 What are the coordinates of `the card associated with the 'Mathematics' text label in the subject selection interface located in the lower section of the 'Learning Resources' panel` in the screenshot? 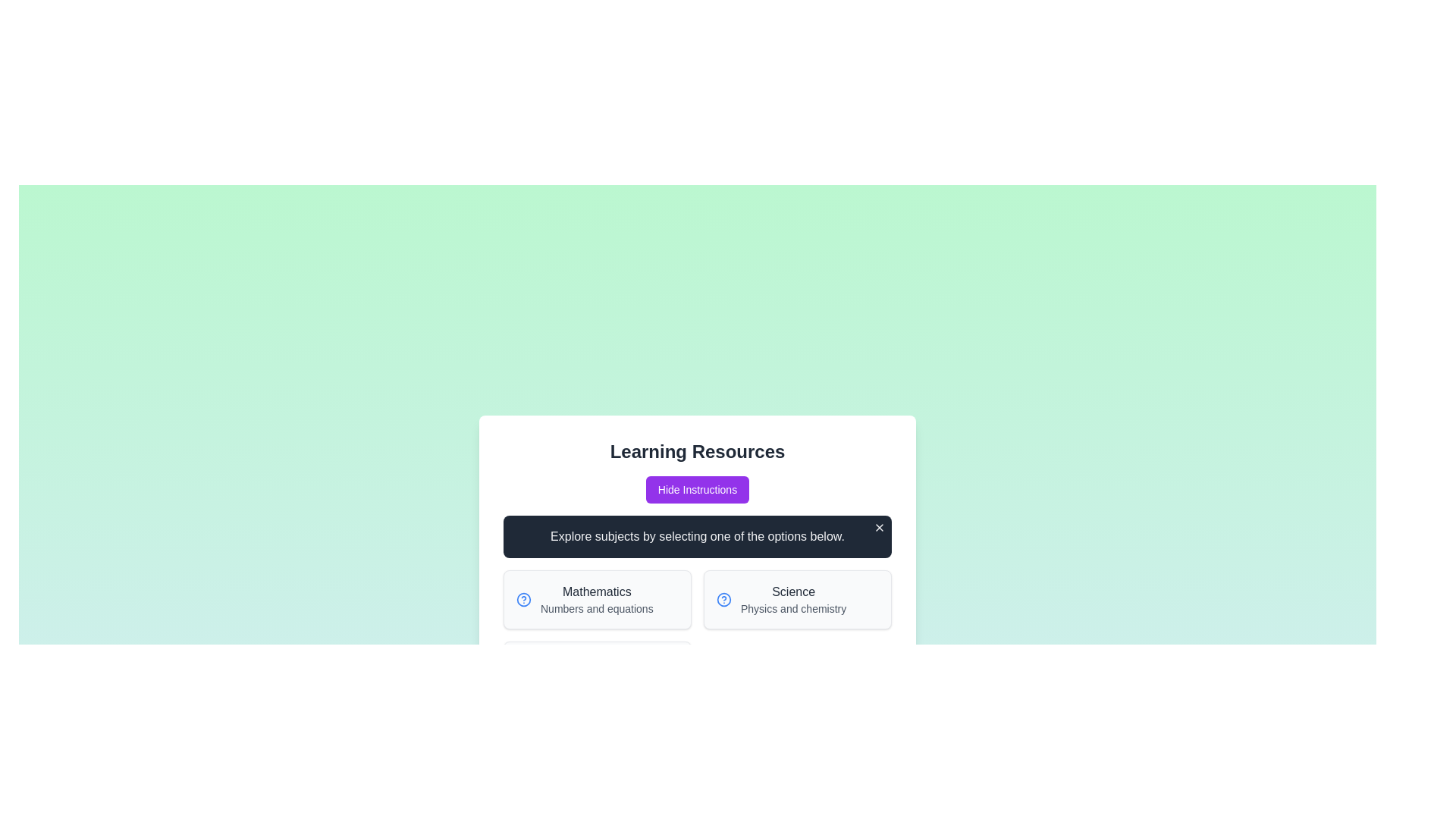 It's located at (596, 591).